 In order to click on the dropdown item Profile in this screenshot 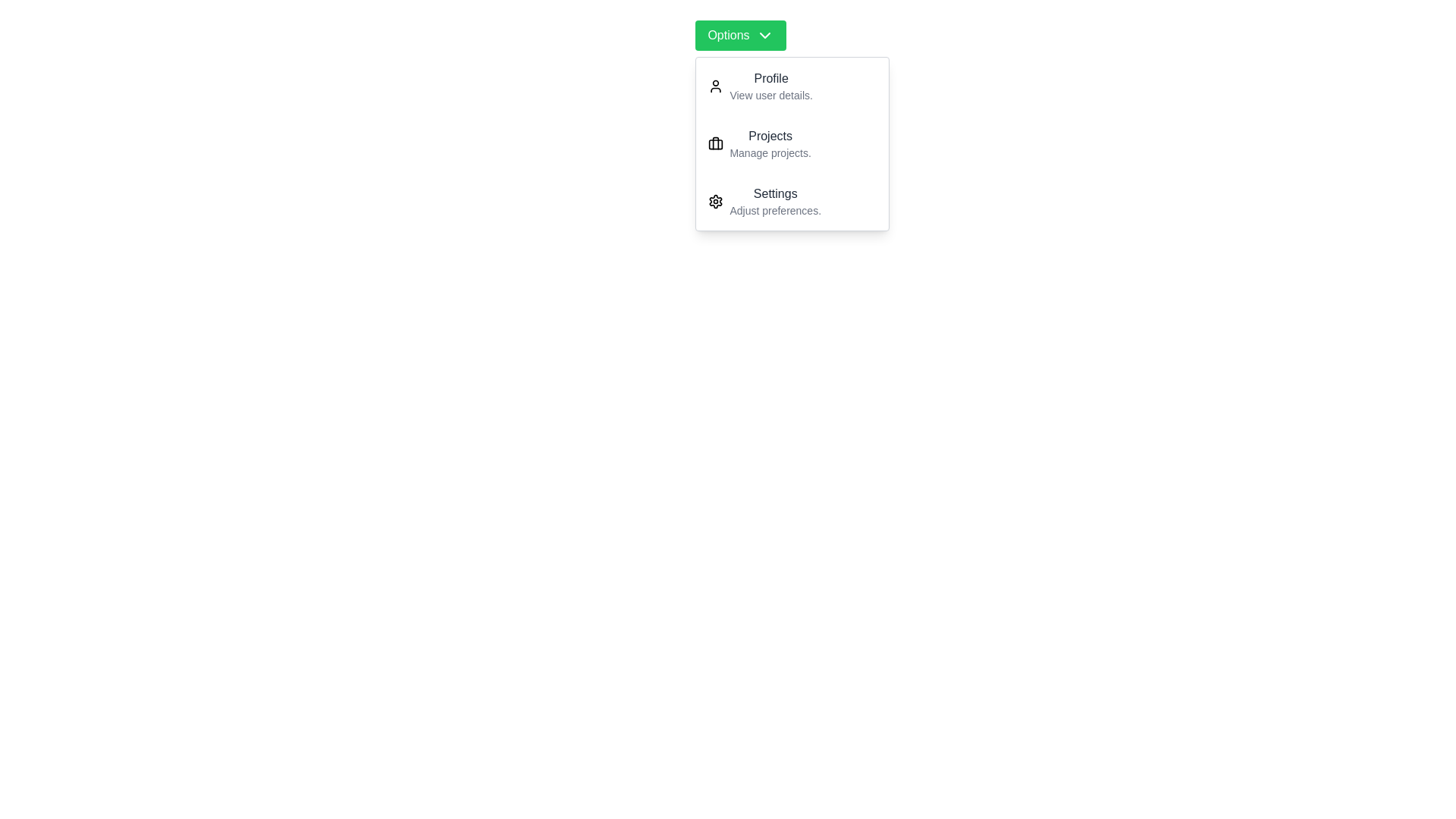, I will do `click(792, 86)`.